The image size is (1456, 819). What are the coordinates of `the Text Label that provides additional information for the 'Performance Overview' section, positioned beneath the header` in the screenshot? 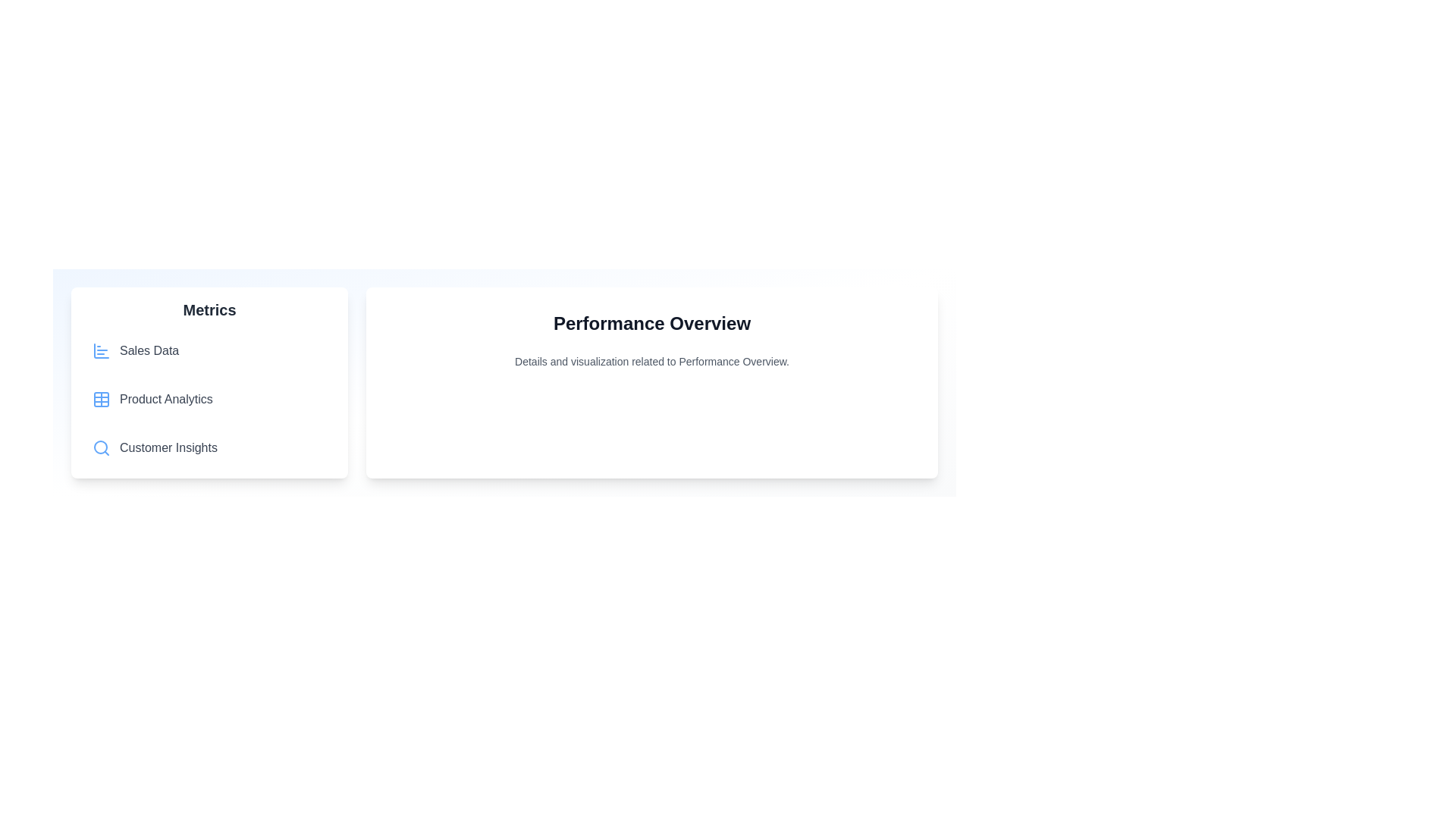 It's located at (651, 362).